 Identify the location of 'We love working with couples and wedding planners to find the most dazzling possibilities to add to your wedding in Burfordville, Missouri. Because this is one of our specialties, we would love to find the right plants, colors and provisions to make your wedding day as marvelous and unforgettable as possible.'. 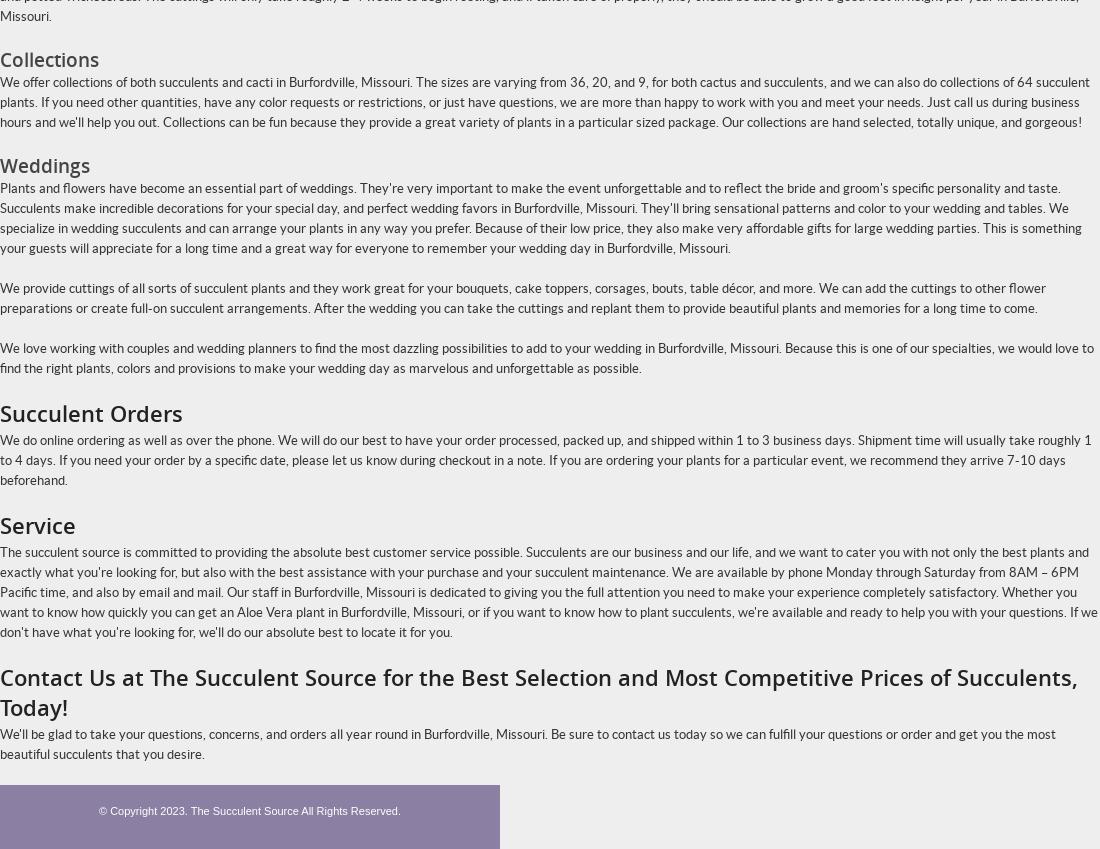
(547, 358).